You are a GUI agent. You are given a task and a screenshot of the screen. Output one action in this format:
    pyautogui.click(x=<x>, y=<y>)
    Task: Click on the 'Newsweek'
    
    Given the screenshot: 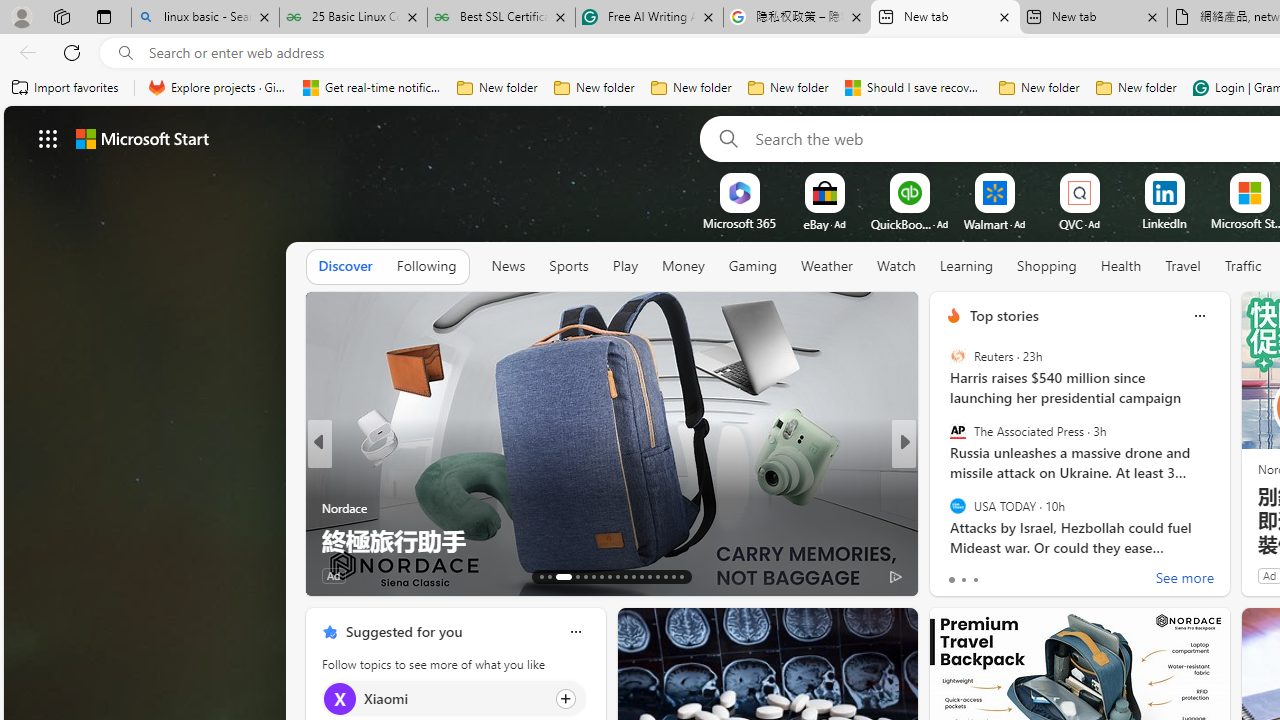 What is the action you would take?
    pyautogui.click(x=944, y=475)
    